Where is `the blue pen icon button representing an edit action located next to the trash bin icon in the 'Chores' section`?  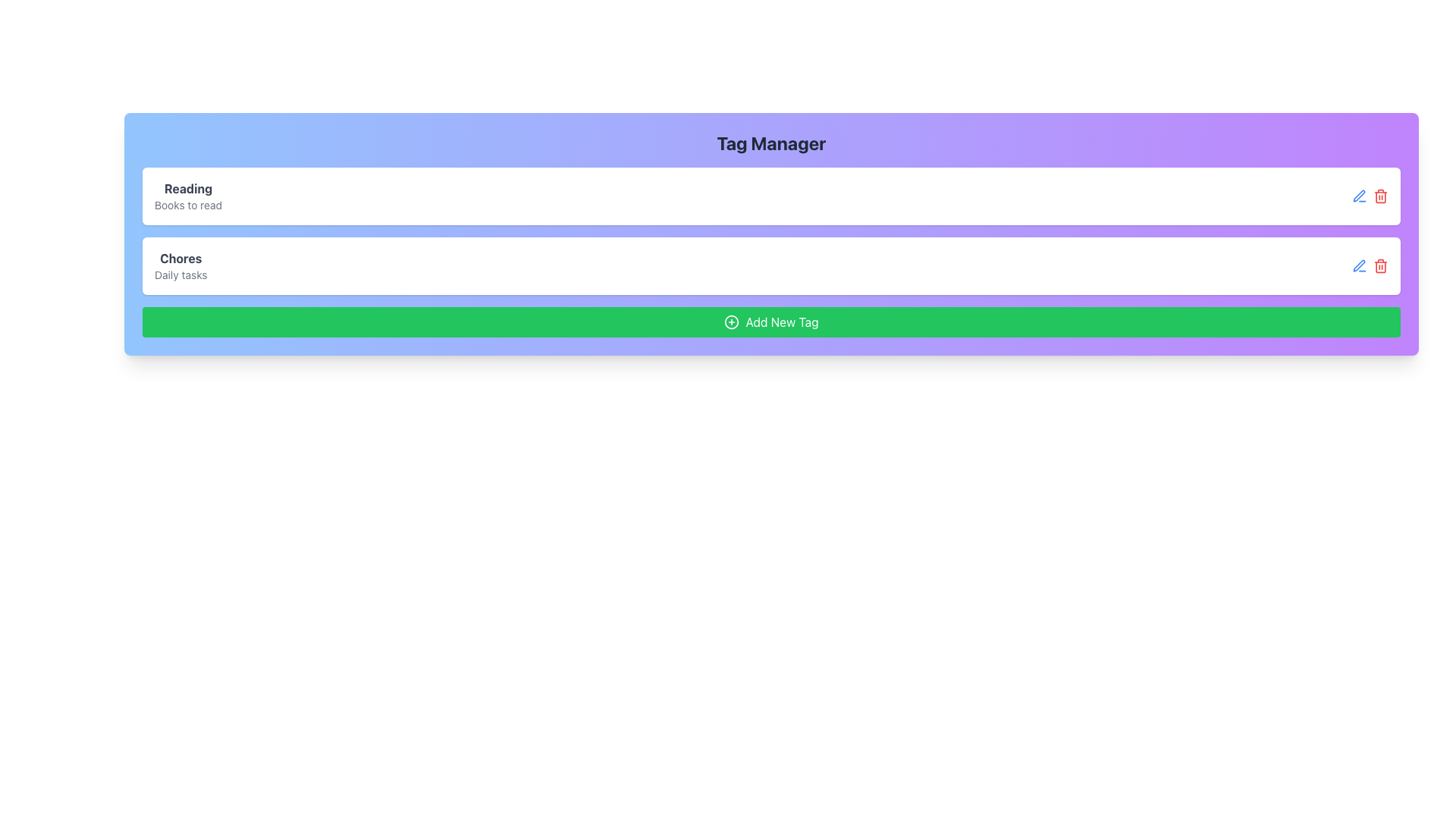 the blue pen icon button representing an edit action located next to the trash bin icon in the 'Chores' section is located at coordinates (1359, 195).